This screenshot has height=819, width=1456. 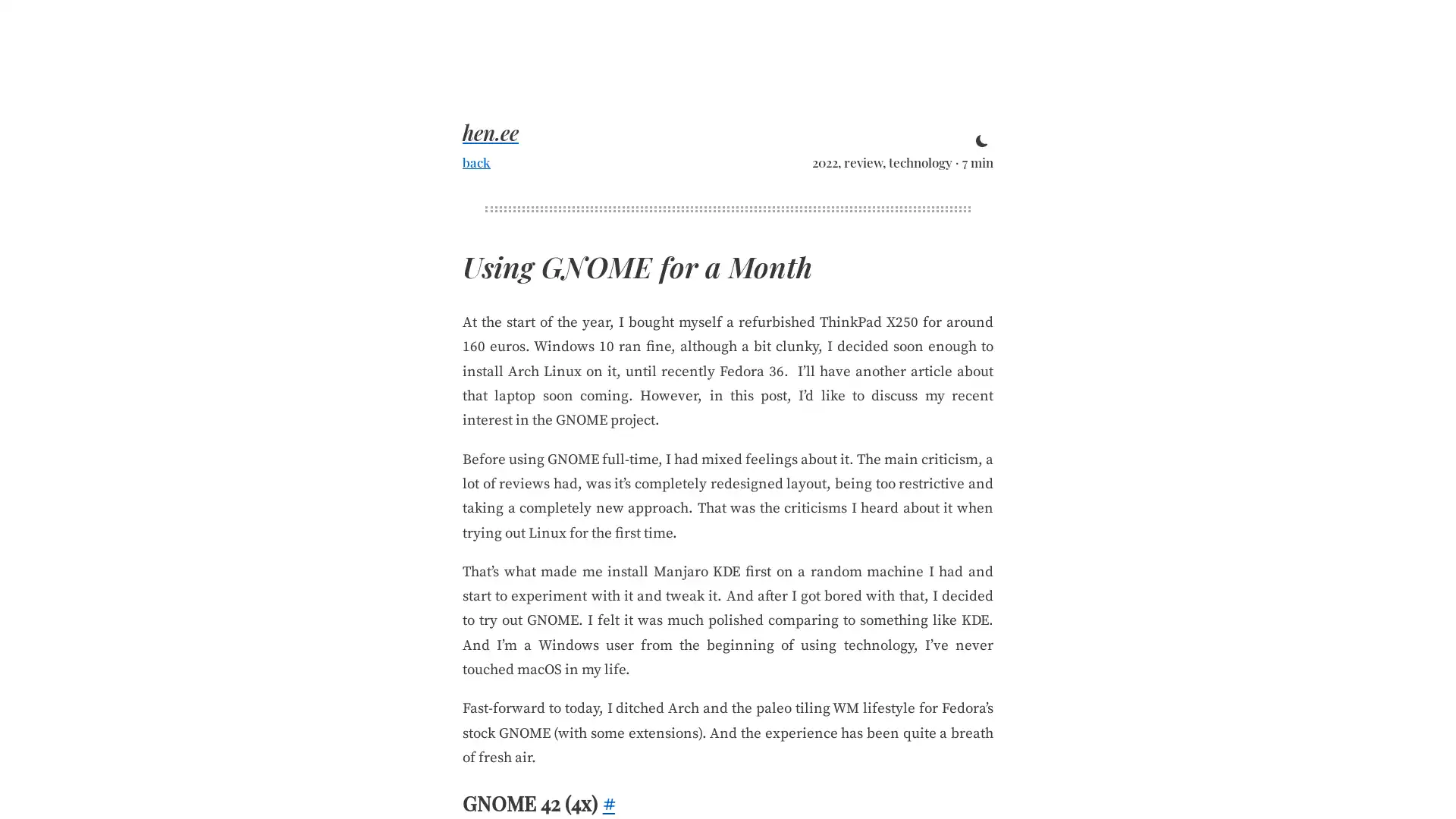 I want to click on toggle theme, so click(x=982, y=141).